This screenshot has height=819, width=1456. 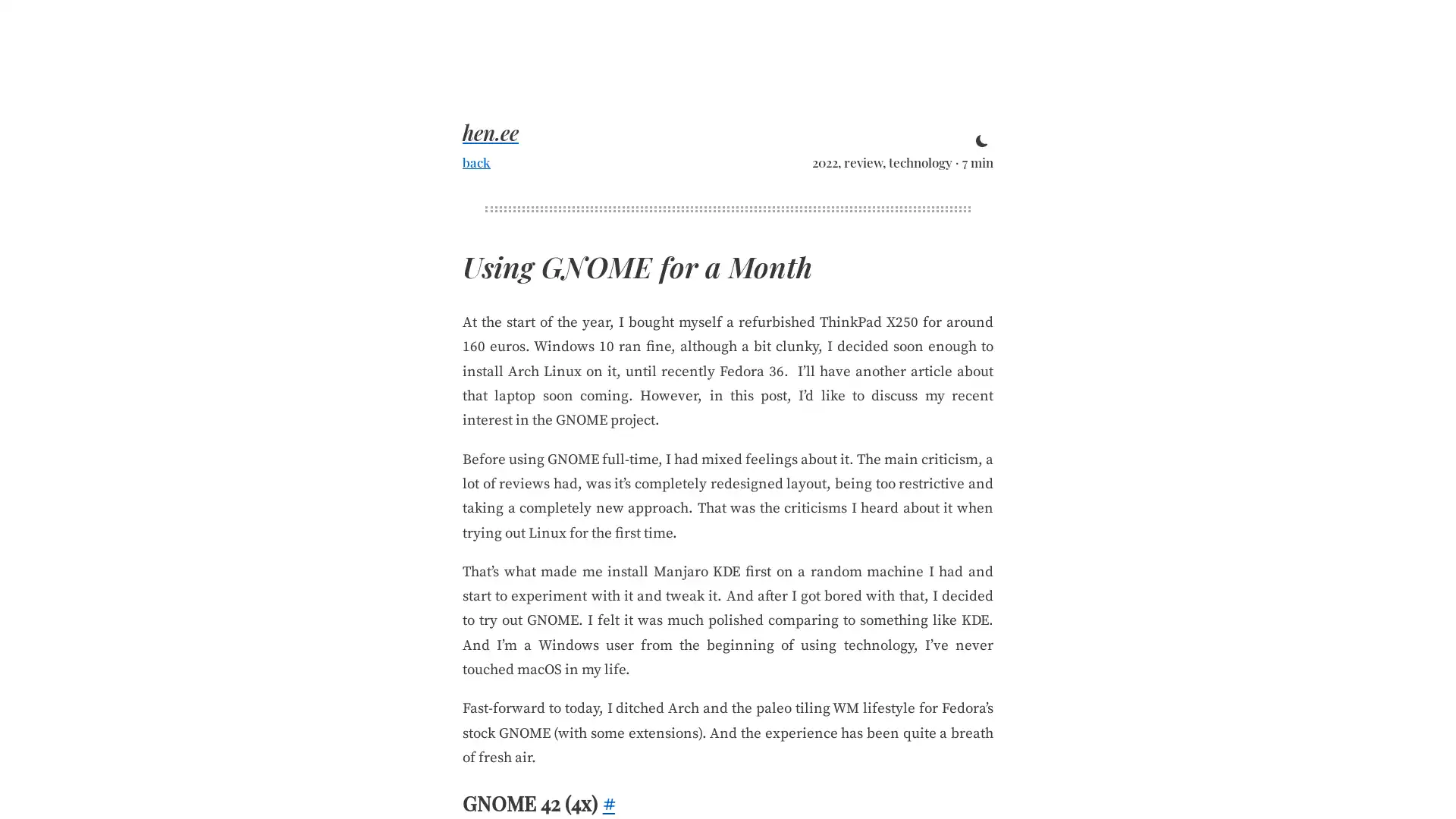 I want to click on toggle theme, so click(x=982, y=141).